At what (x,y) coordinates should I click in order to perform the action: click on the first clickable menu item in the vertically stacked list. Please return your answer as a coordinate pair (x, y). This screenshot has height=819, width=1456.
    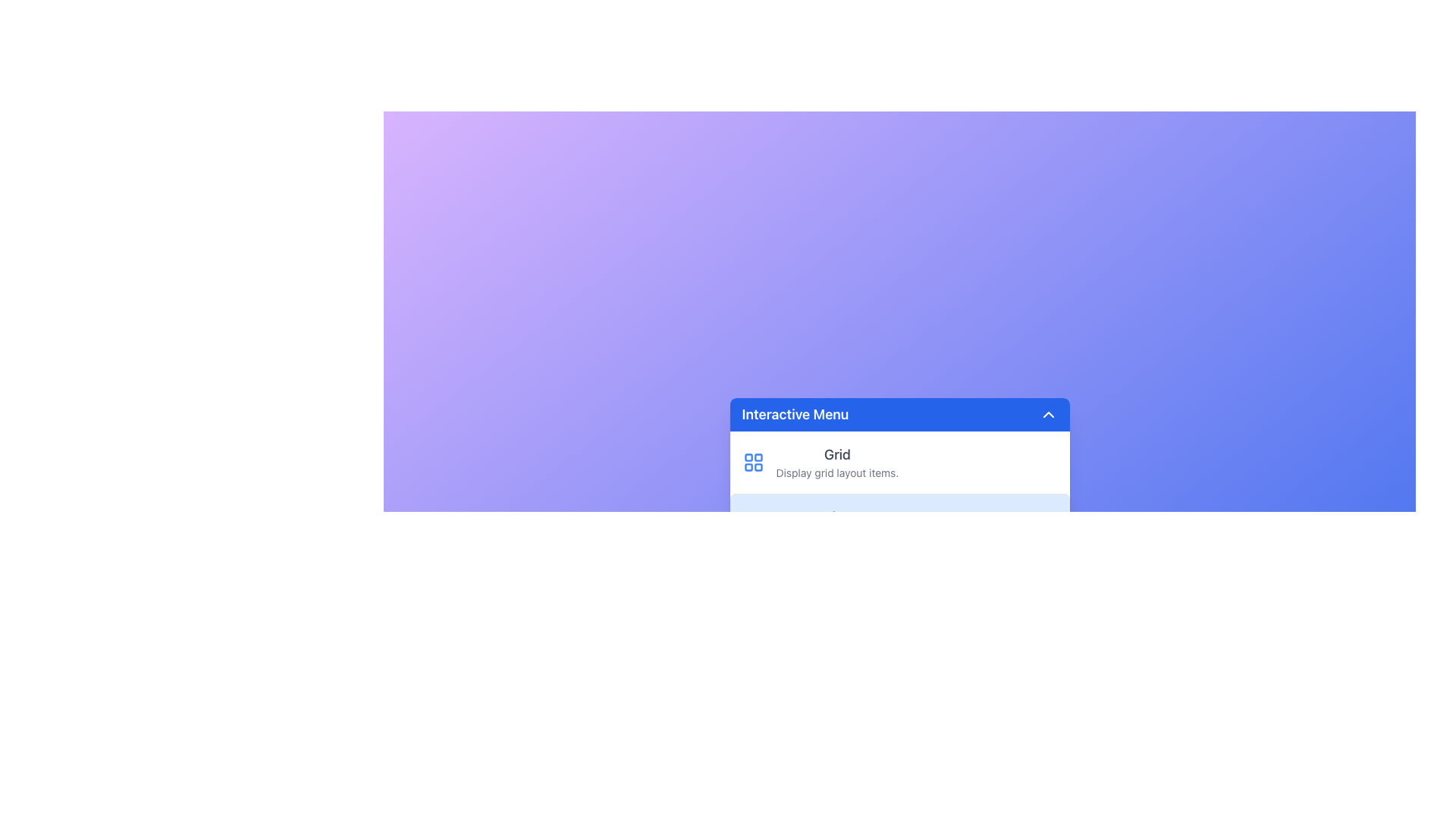
    Looking at the image, I should click on (899, 461).